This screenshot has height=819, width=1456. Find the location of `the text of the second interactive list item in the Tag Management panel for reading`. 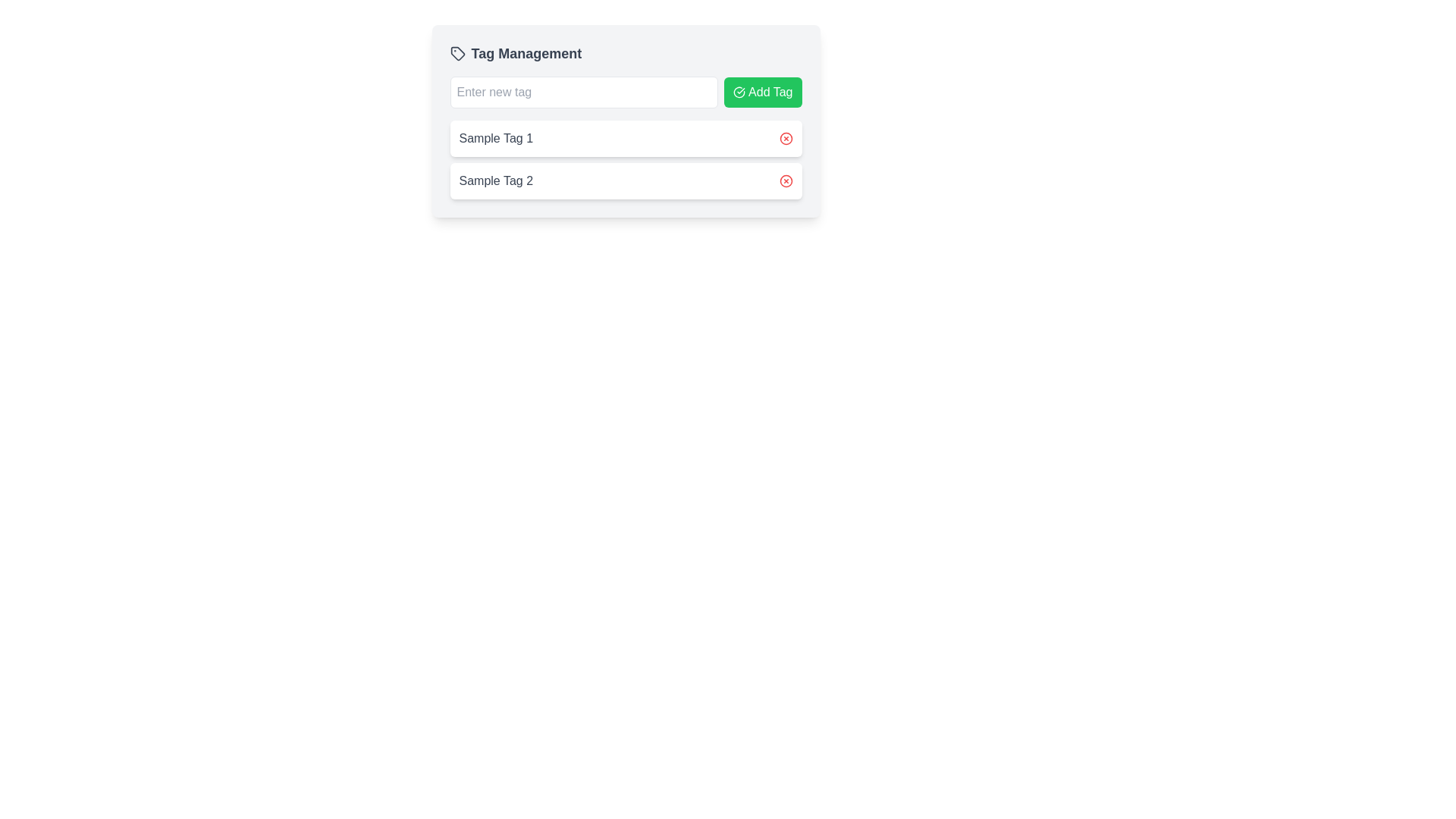

the text of the second interactive list item in the Tag Management panel for reading is located at coordinates (626, 180).